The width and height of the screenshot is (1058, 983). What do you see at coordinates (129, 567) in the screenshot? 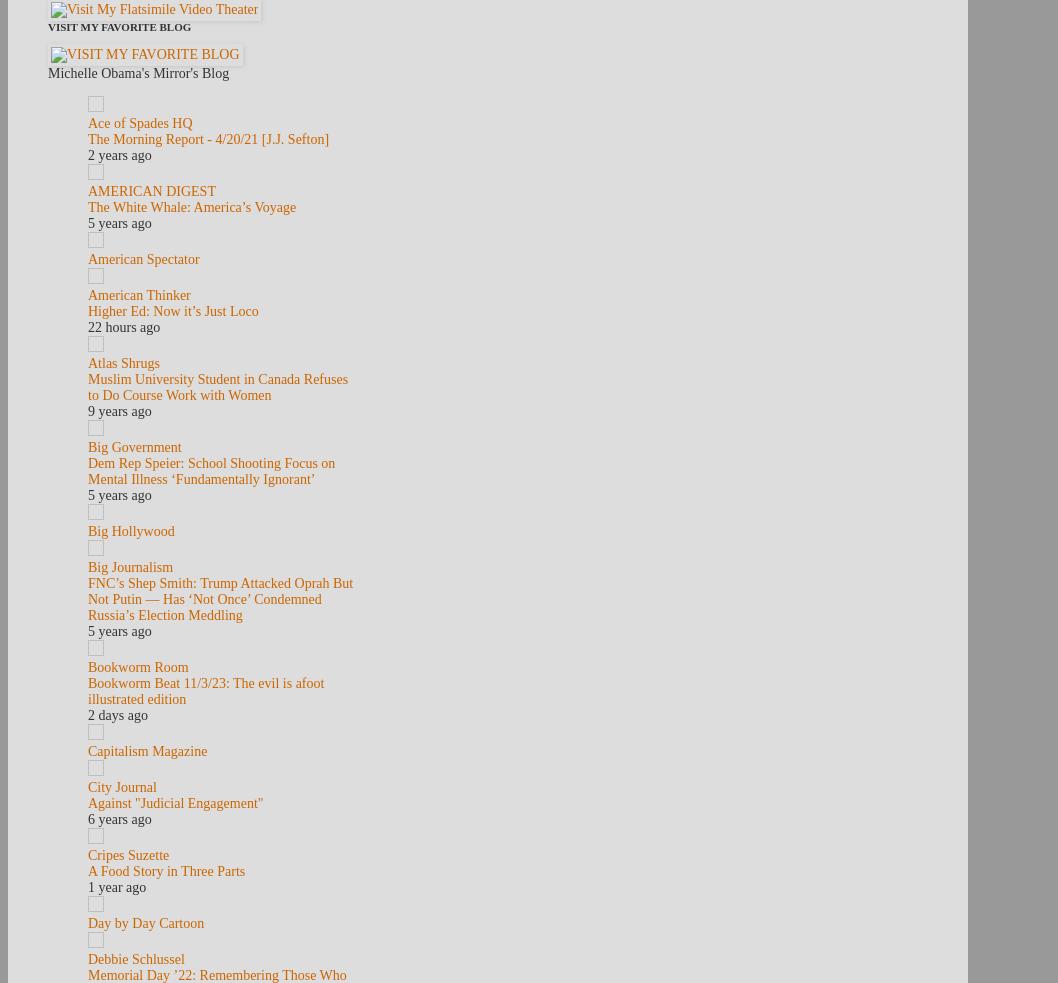
I see `'Big Journalism'` at bounding box center [129, 567].